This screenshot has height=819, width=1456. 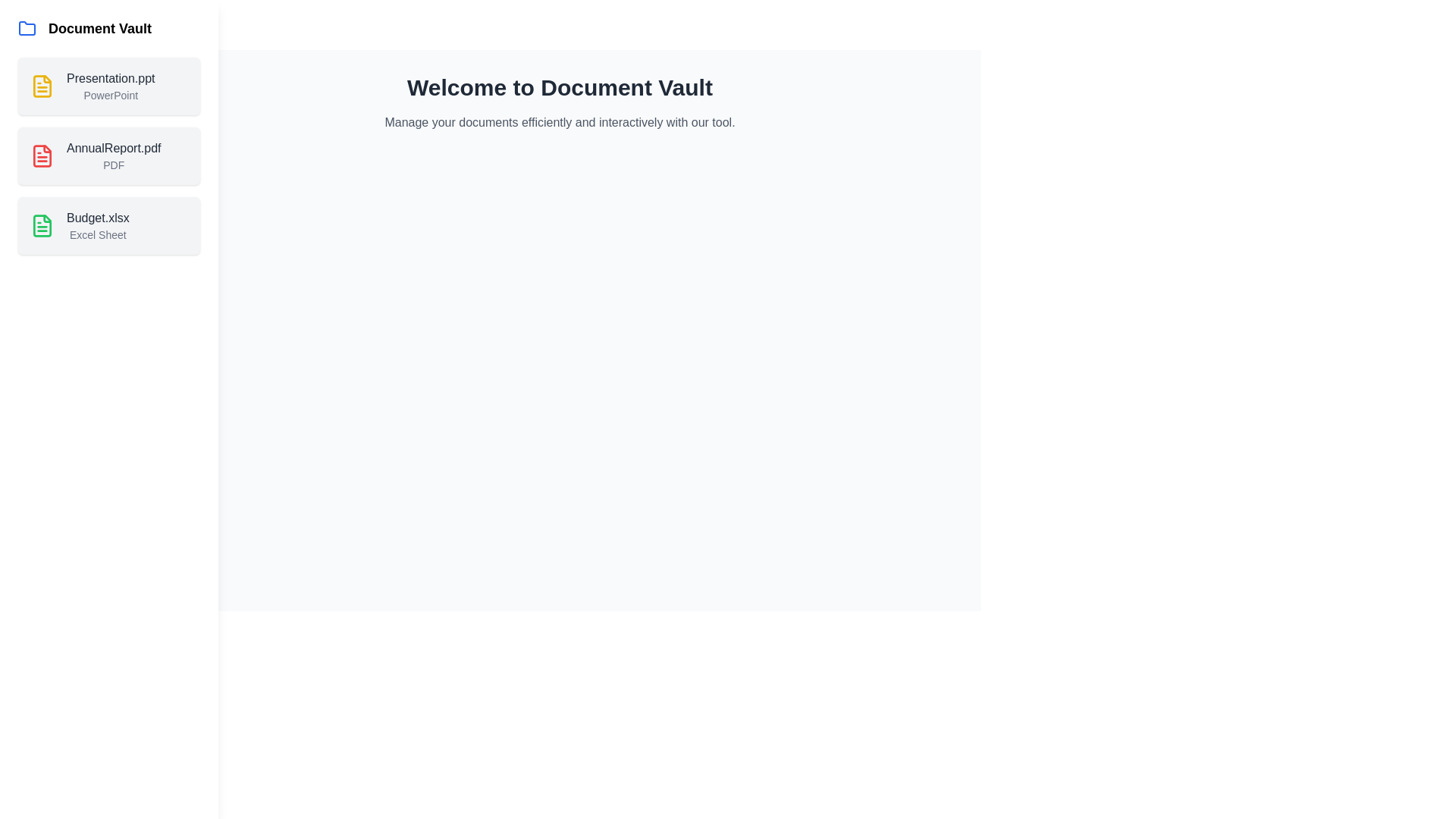 What do you see at coordinates (108, 86) in the screenshot?
I see `the document named Presentation.ppt in the list` at bounding box center [108, 86].